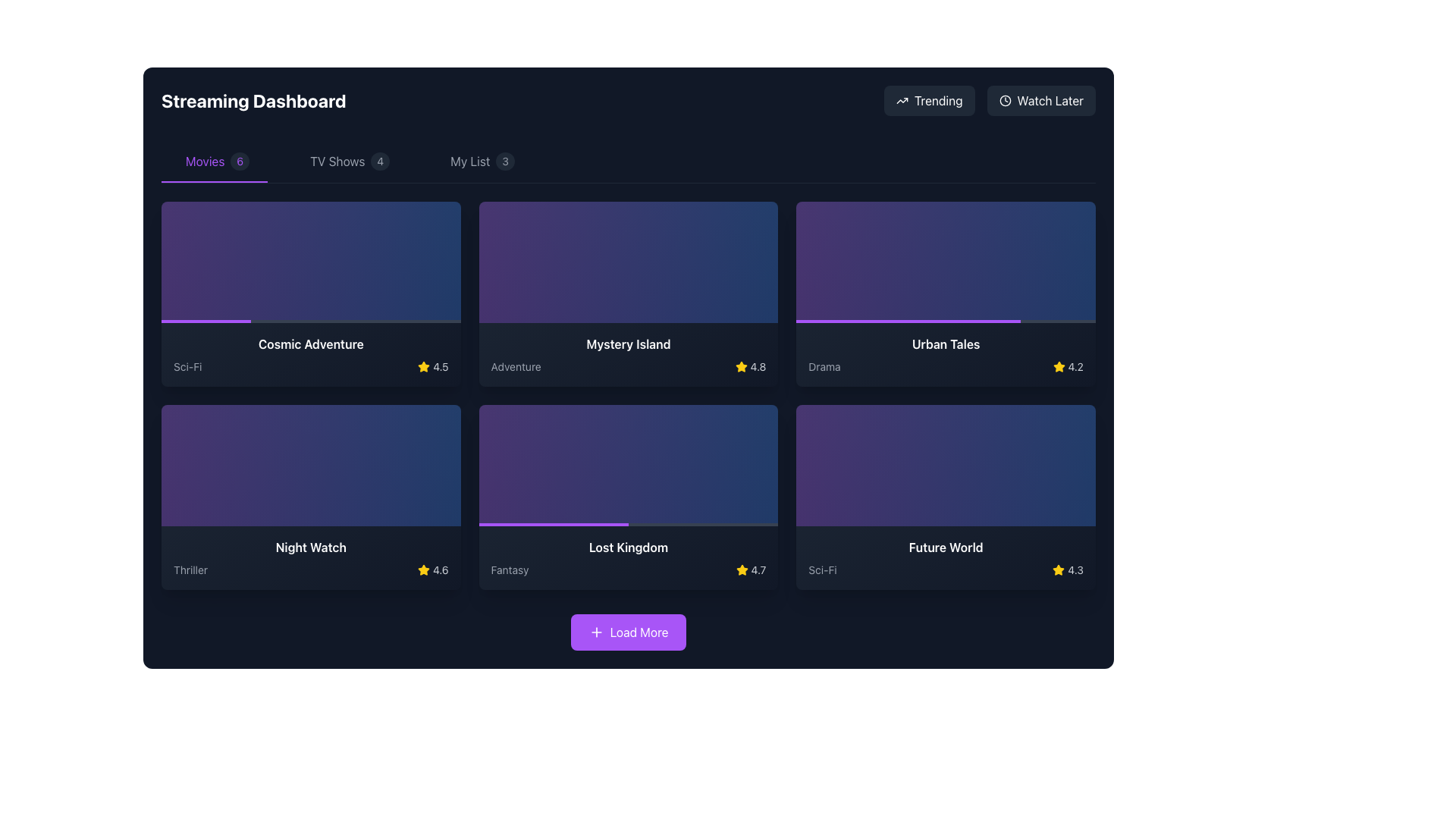 This screenshot has height=819, width=1456. What do you see at coordinates (469, 161) in the screenshot?
I see `the 'My List' text label in the top navigation bar, which is styled with a light gray font beside a rounded badge showing the number '3'` at bounding box center [469, 161].